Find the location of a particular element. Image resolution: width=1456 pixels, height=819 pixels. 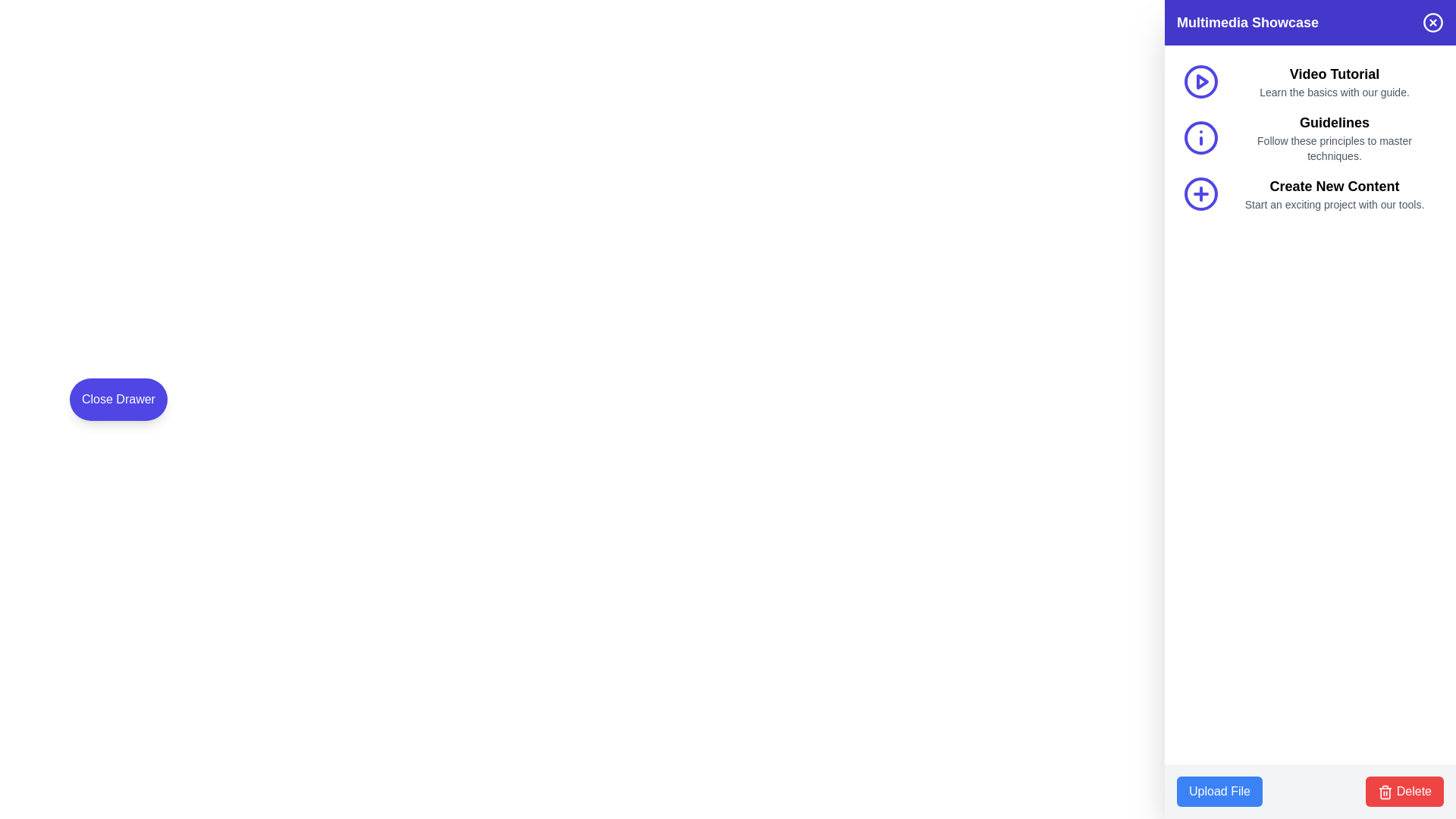

the appearance of the circular part of the close icon located at the top-right corner of the sidebar labeled 'Multimedia Showcase' is located at coordinates (1432, 22).